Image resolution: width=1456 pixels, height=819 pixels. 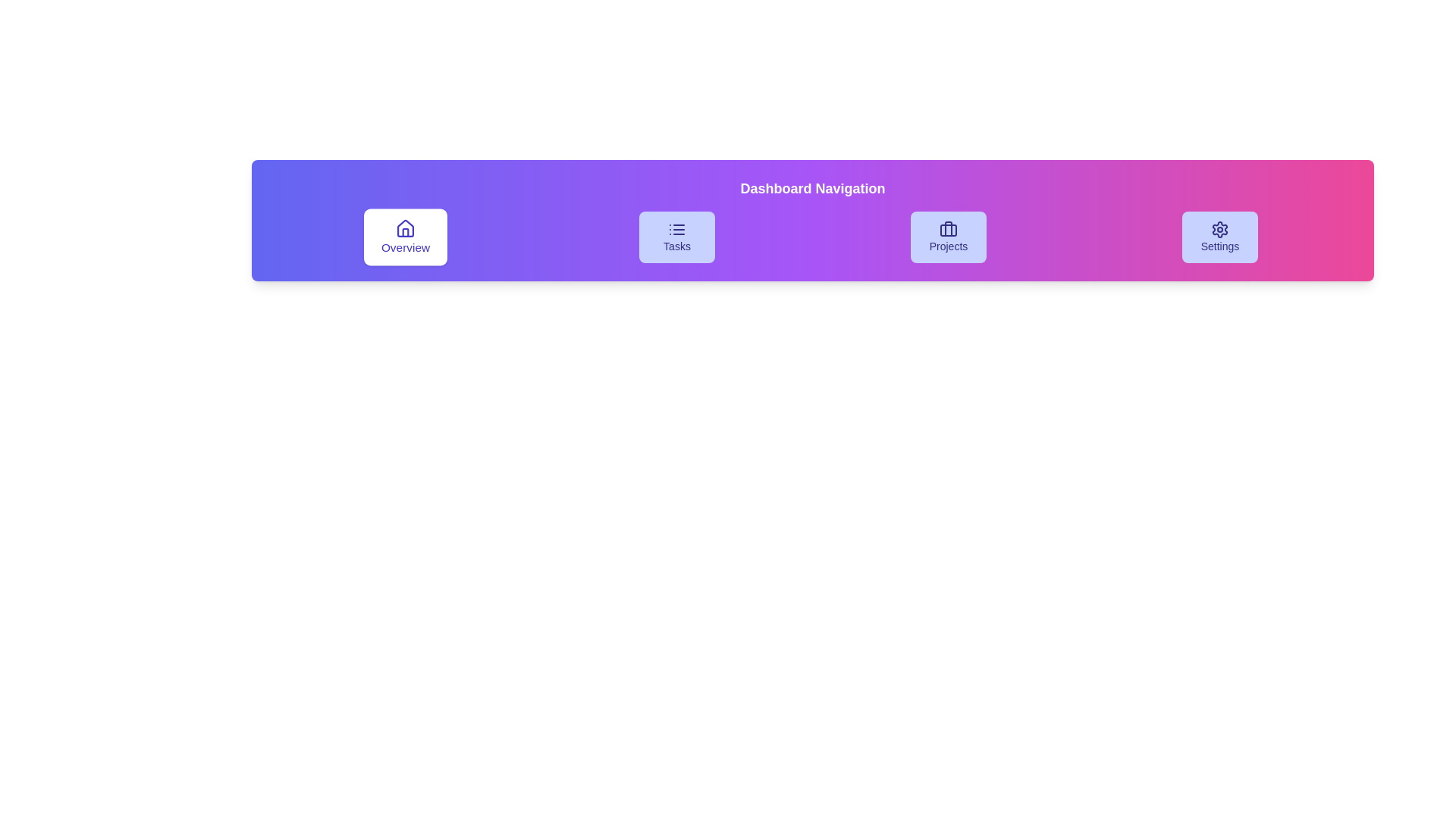 What do you see at coordinates (1219, 237) in the screenshot?
I see `the Settings button to navigate to the corresponding section` at bounding box center [1219, 237].